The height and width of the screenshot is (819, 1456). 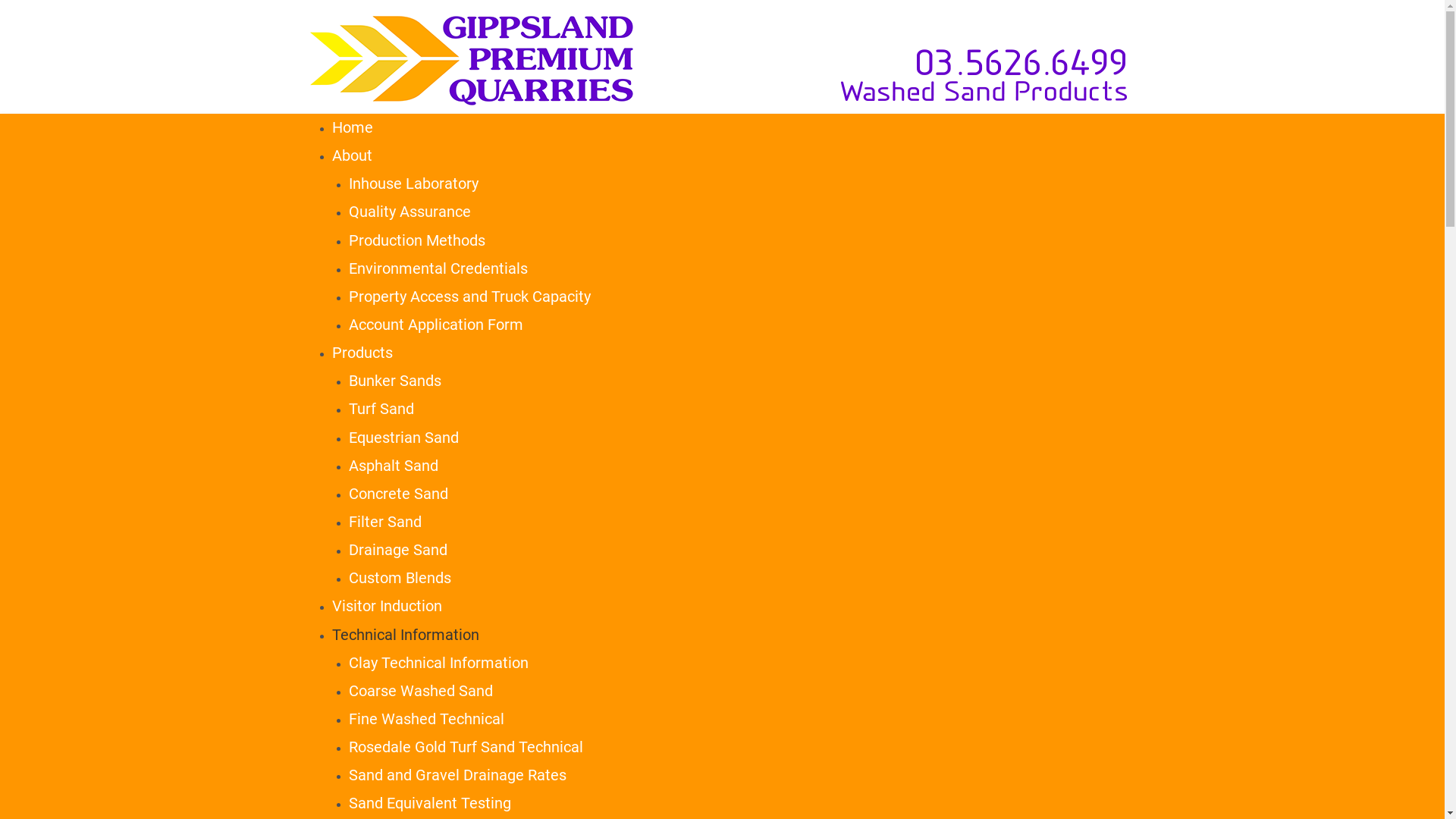 I want to click on 'Coarse Washed Sand', so click(x=421, y=690).